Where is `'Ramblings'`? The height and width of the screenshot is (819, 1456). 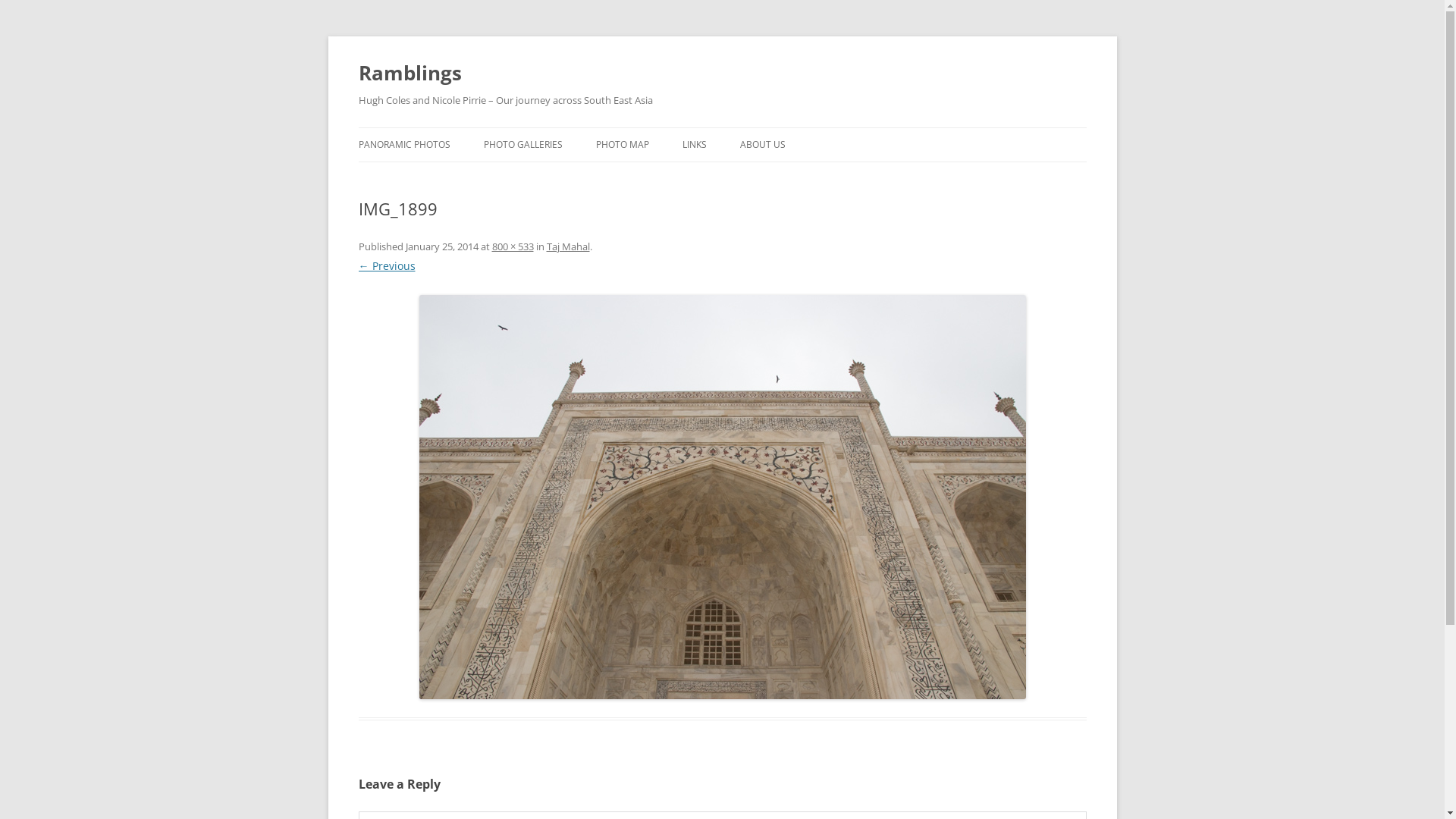 'Ramblings' is located at coordinates (409, 73).